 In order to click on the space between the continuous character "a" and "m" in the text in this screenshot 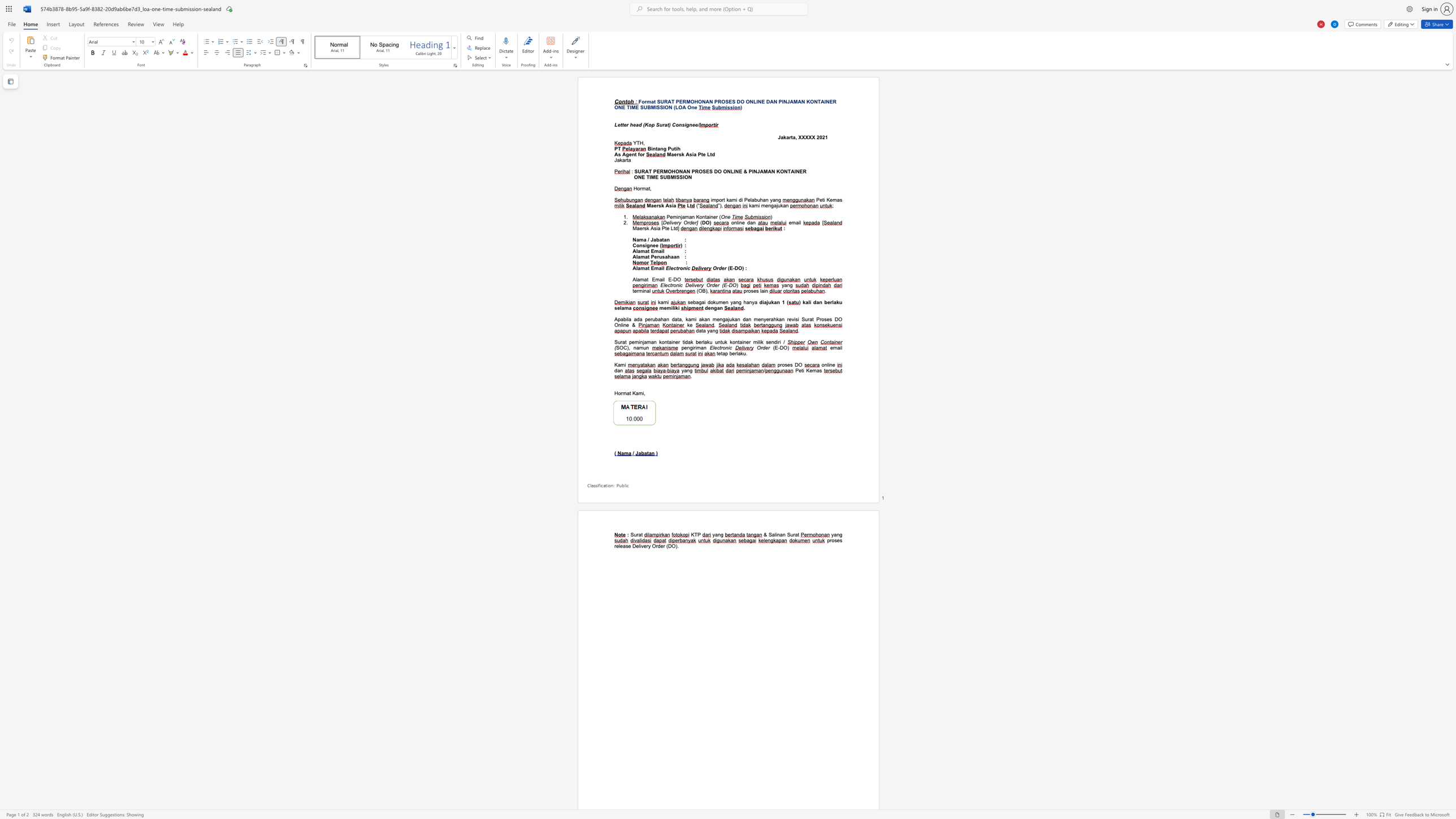, I will do `click(624, 307)`.